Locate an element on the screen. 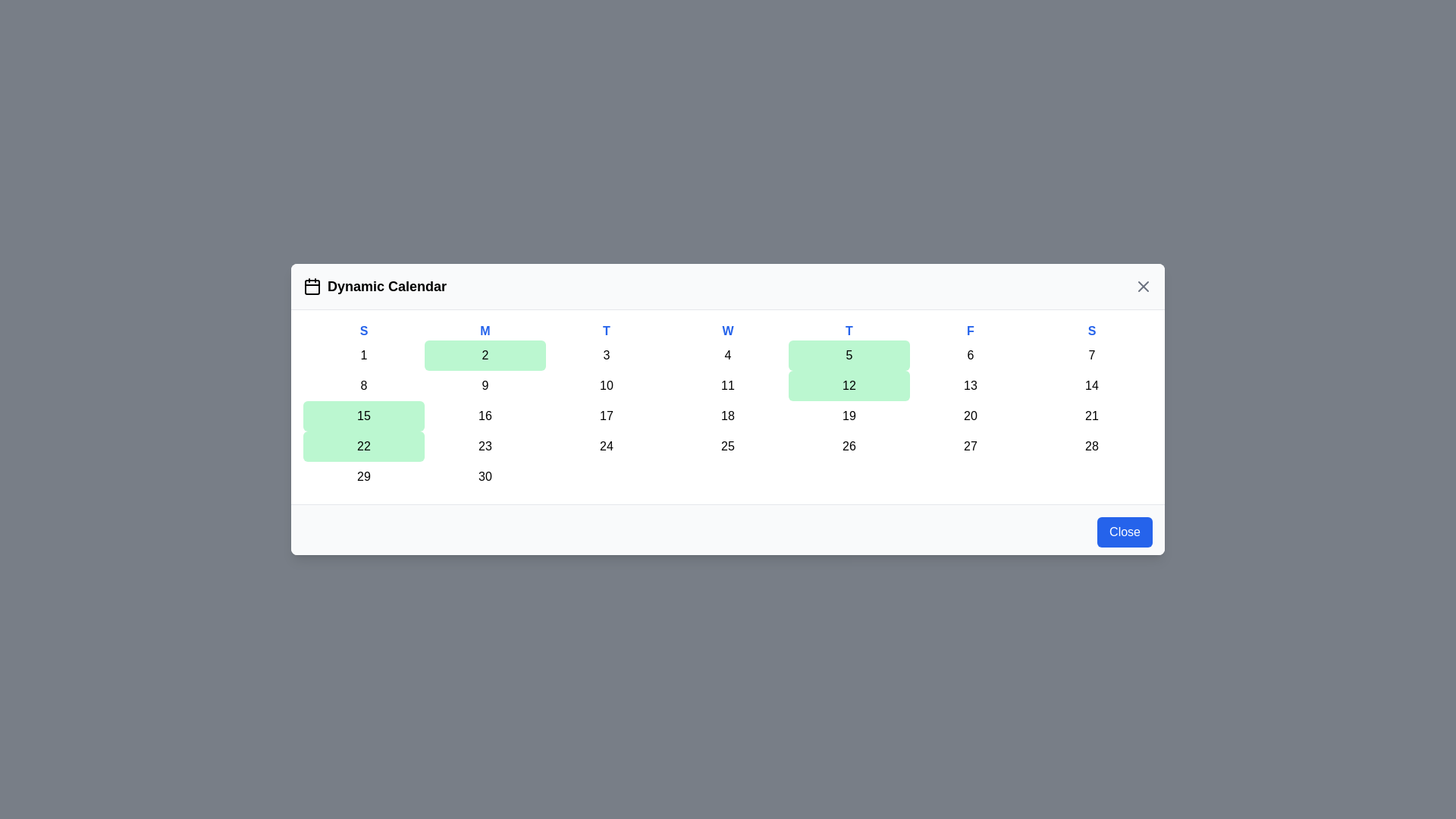  the day cell corresponding to 17 is located at coordinates (607, 416).